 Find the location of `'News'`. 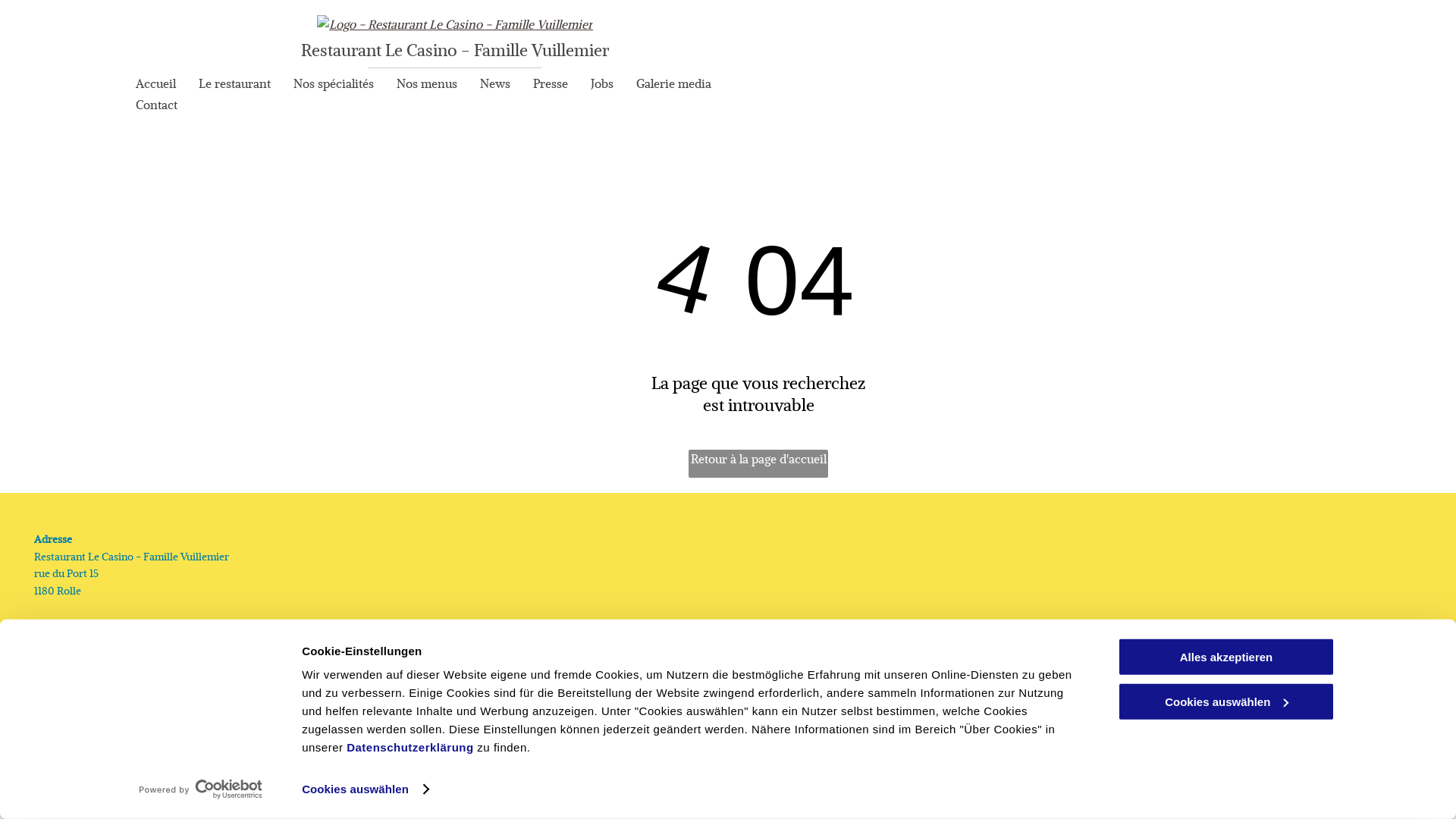

'News' is located at coordinates (494, 84).